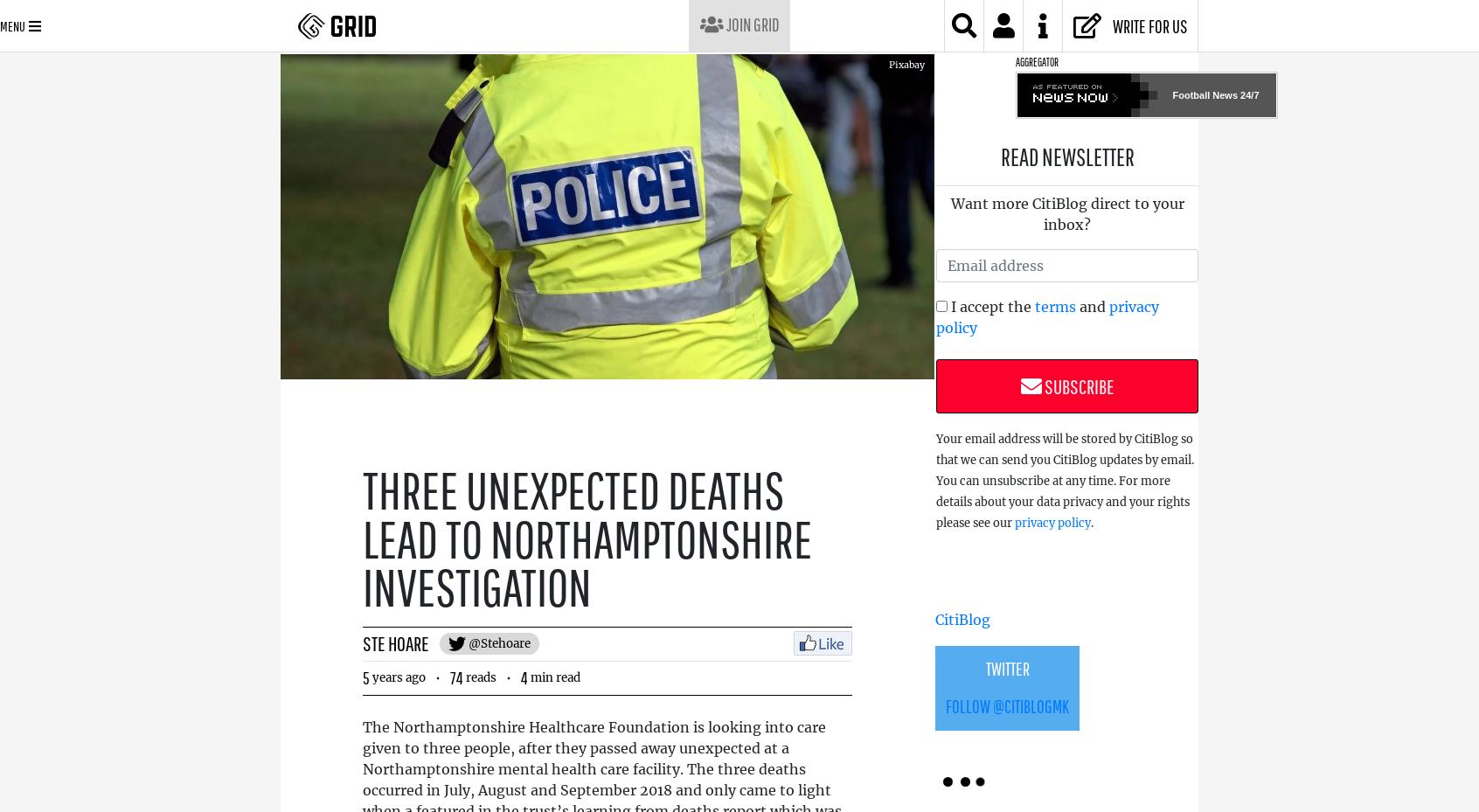 The width and height of the screenshot is (1479, 812). I want to click on 'Subscribe', so click(1077, 385).